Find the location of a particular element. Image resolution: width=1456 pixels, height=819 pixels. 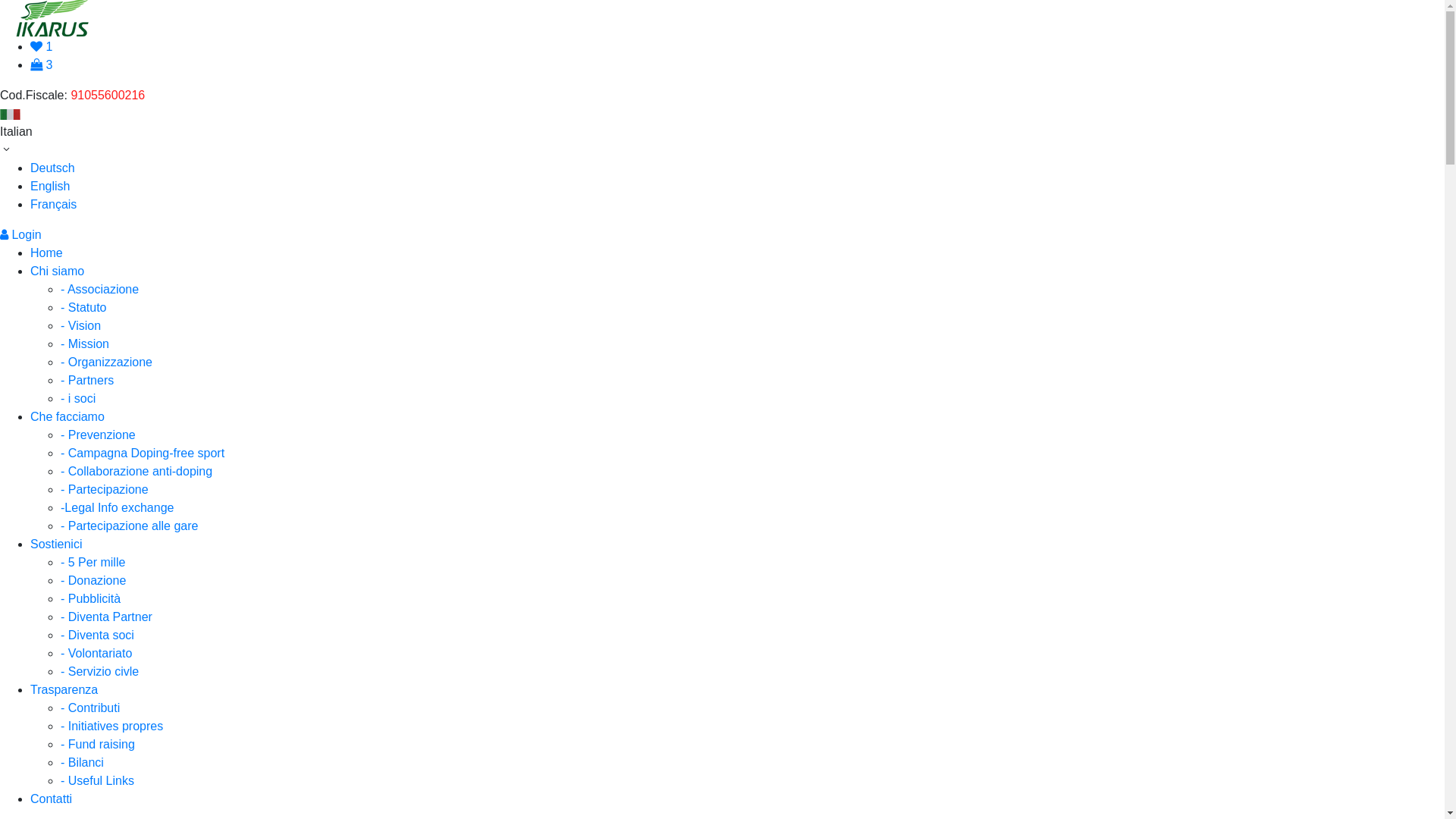

'Home' is located at coordinates (46, 252).